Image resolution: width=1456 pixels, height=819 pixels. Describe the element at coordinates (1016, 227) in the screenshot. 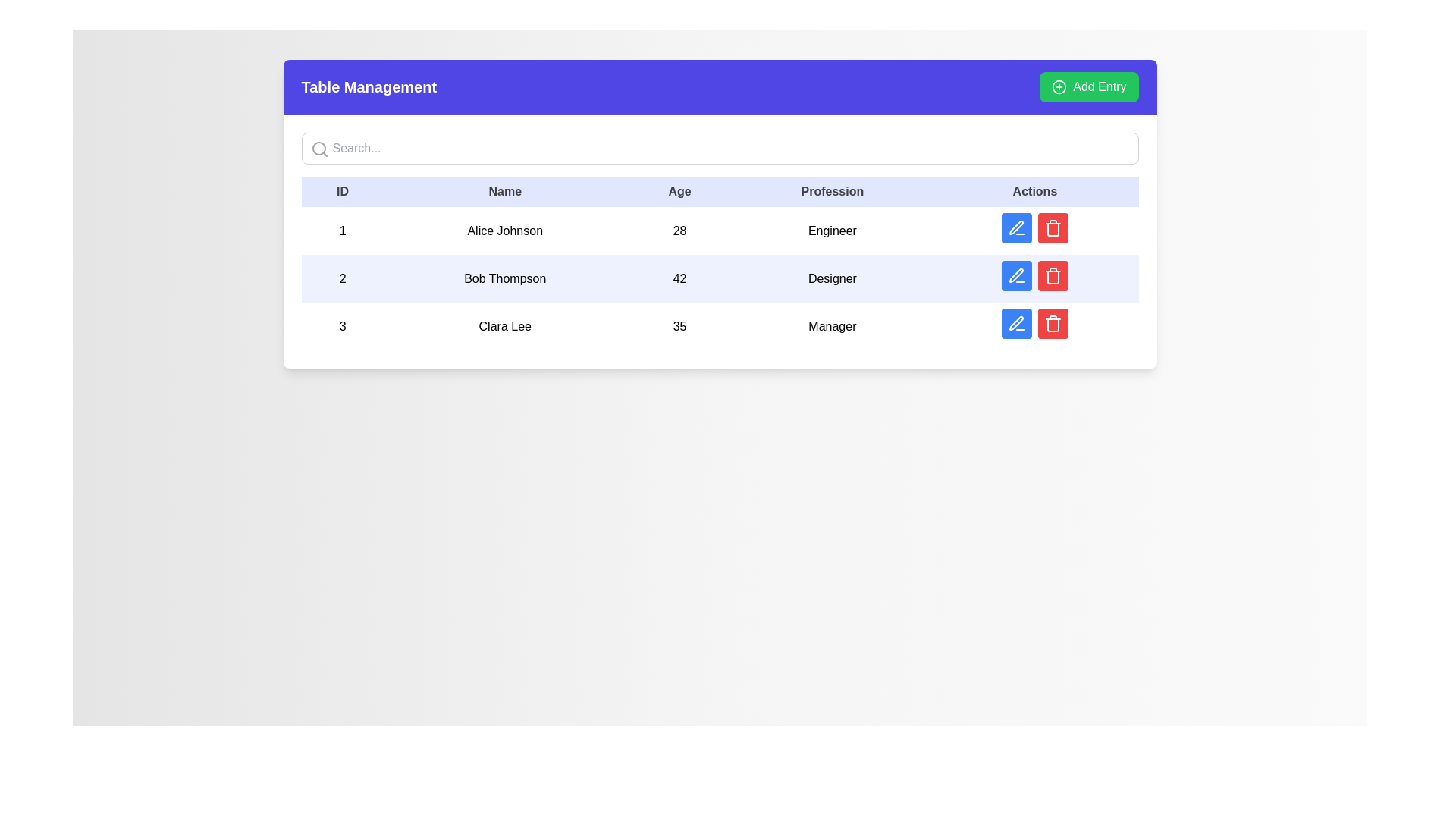

I see `the pen icon button in the 'Actions' column of the table for the entry labeled 'Bob Thompson' to initiate an action` at that location.